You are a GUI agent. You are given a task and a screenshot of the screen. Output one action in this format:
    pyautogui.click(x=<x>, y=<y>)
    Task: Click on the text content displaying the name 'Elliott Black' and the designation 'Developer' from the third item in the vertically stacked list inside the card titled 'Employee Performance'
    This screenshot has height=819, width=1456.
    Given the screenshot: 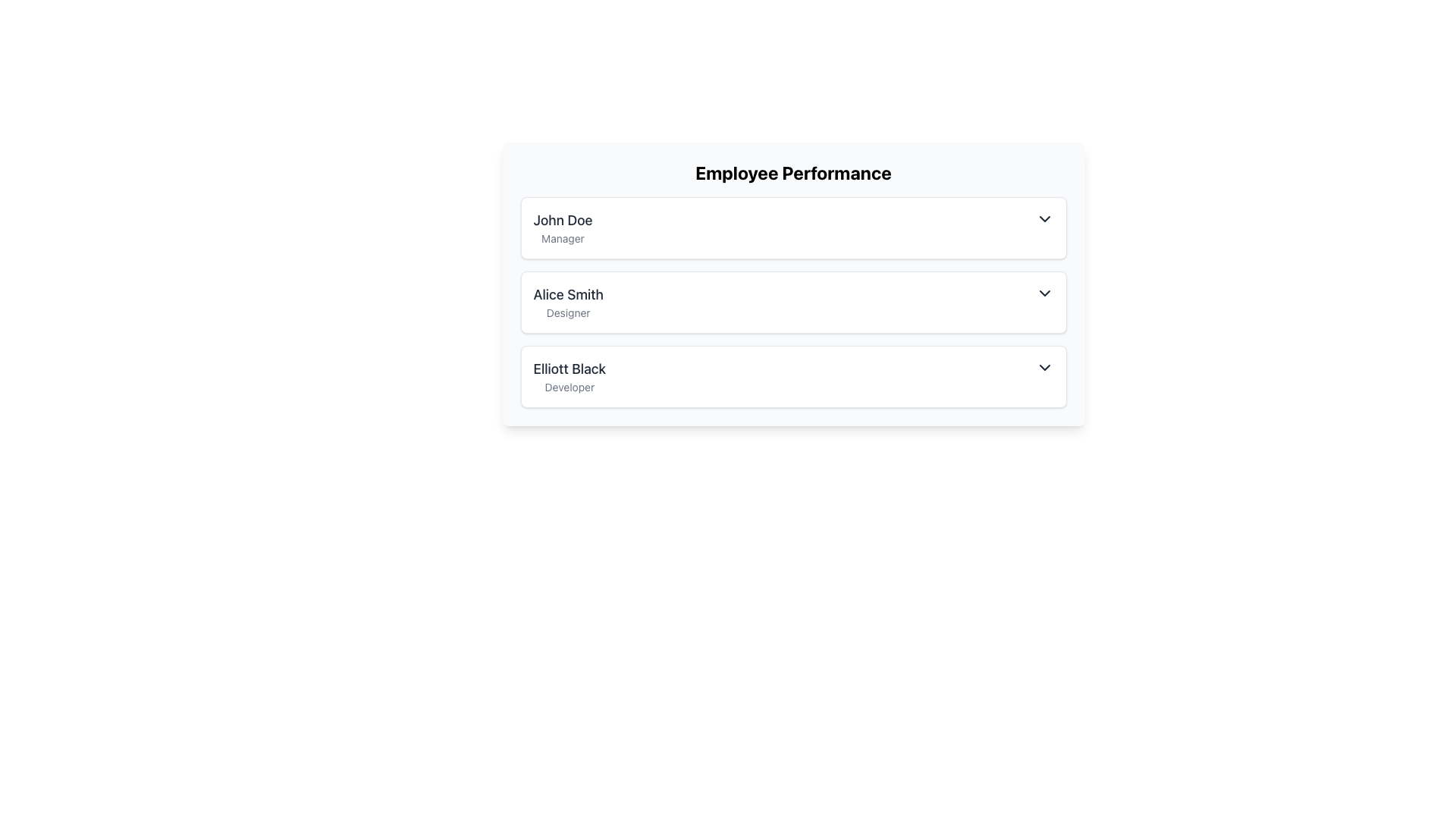 What is the action you would take?
    pyautogui.click(x=569, y=376)
    